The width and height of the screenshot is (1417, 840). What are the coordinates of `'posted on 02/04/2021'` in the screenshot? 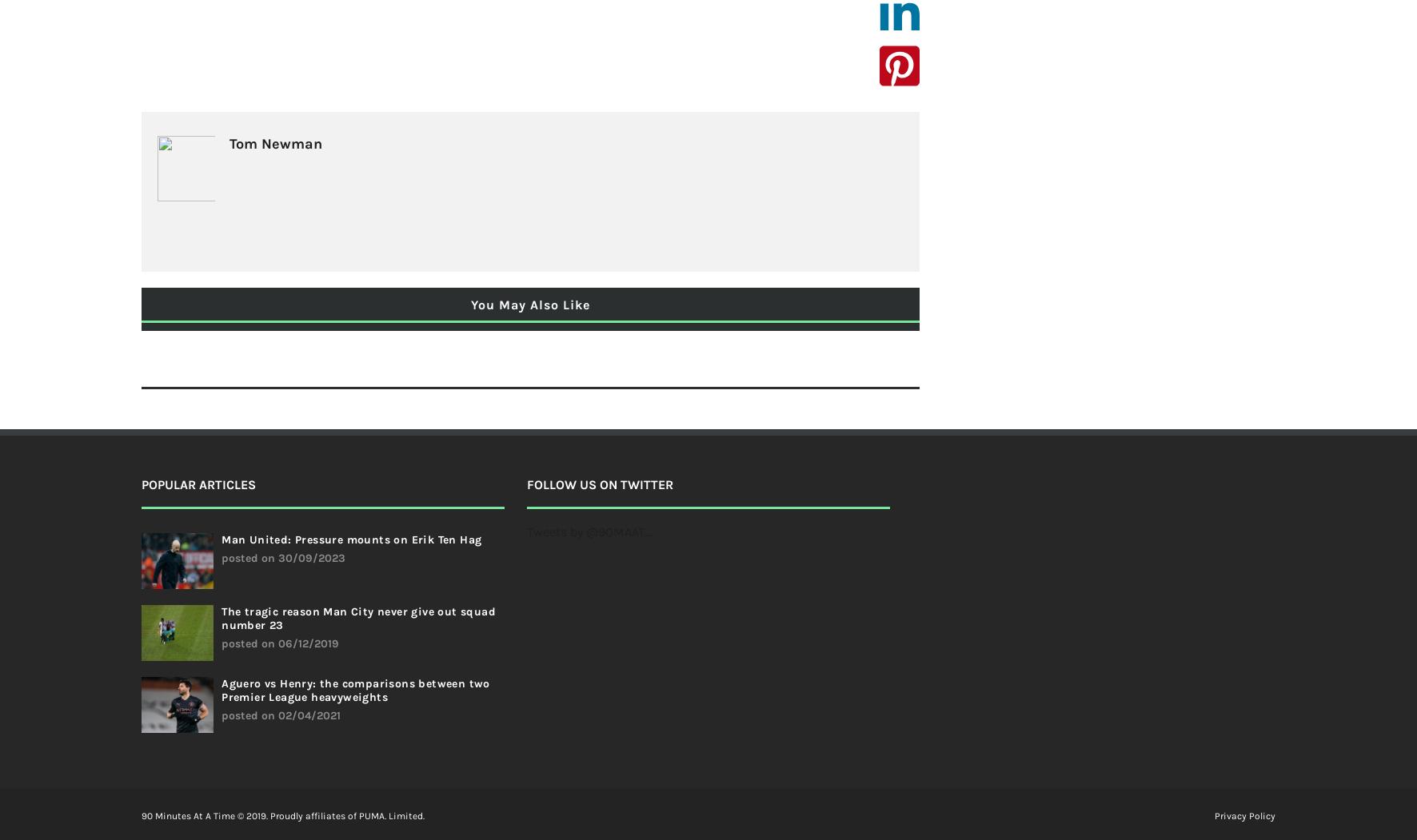 It's located at (281, 715).